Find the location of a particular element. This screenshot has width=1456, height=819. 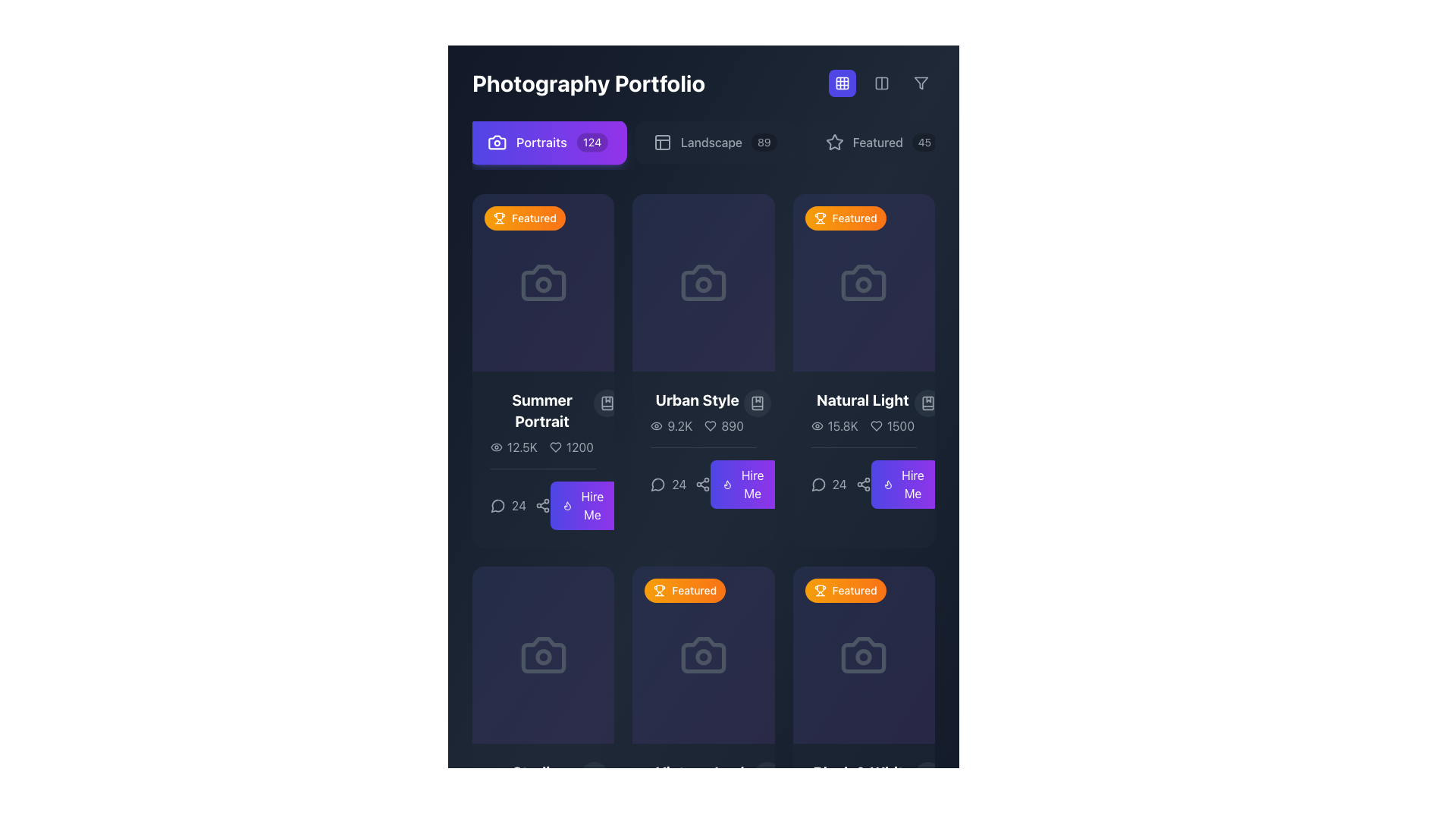

the camera icon located in the bottom-left section of the interface, specifically the first item in the third row of the grid layout is located at coordinates (543, 654).